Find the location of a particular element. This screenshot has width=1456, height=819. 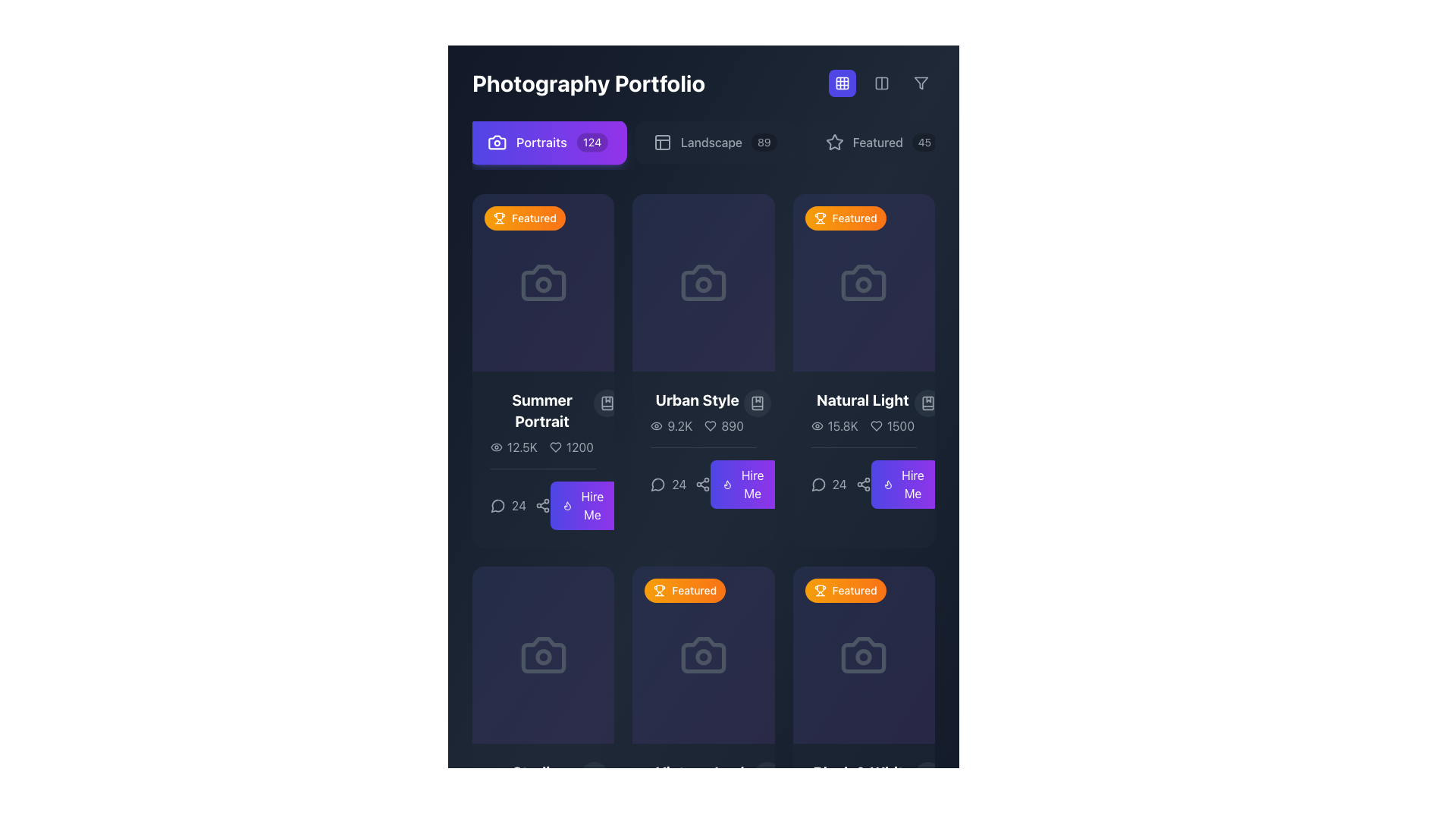

the camera icon located in the bottom-left section of the interface, specifically the first item in the third row of the grid layout is located at coordinates (543, 654).